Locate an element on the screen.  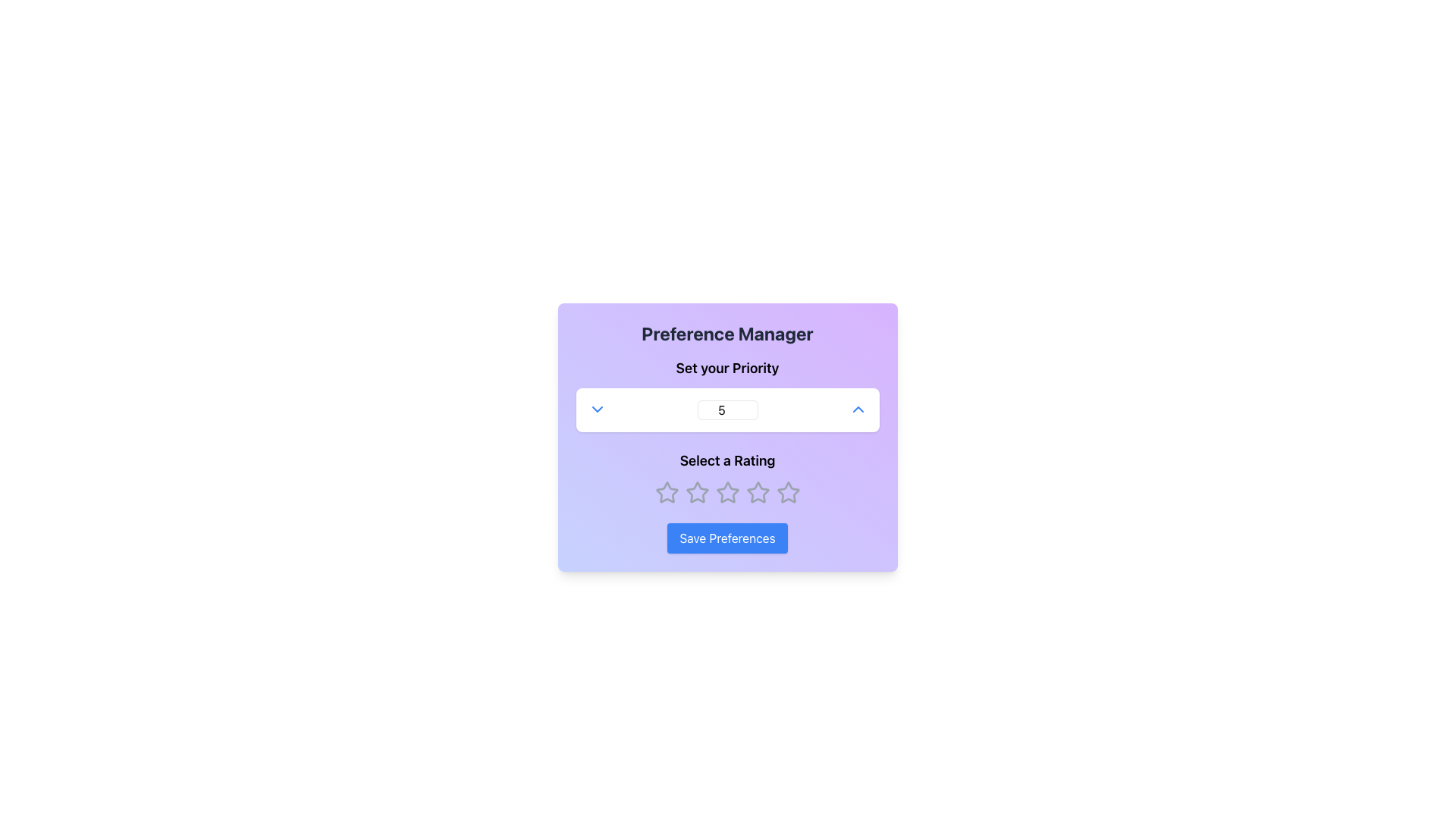
the fifth star icon in the rating system located under the 'Select a Rating' heading is located at coordinates (788, 493).